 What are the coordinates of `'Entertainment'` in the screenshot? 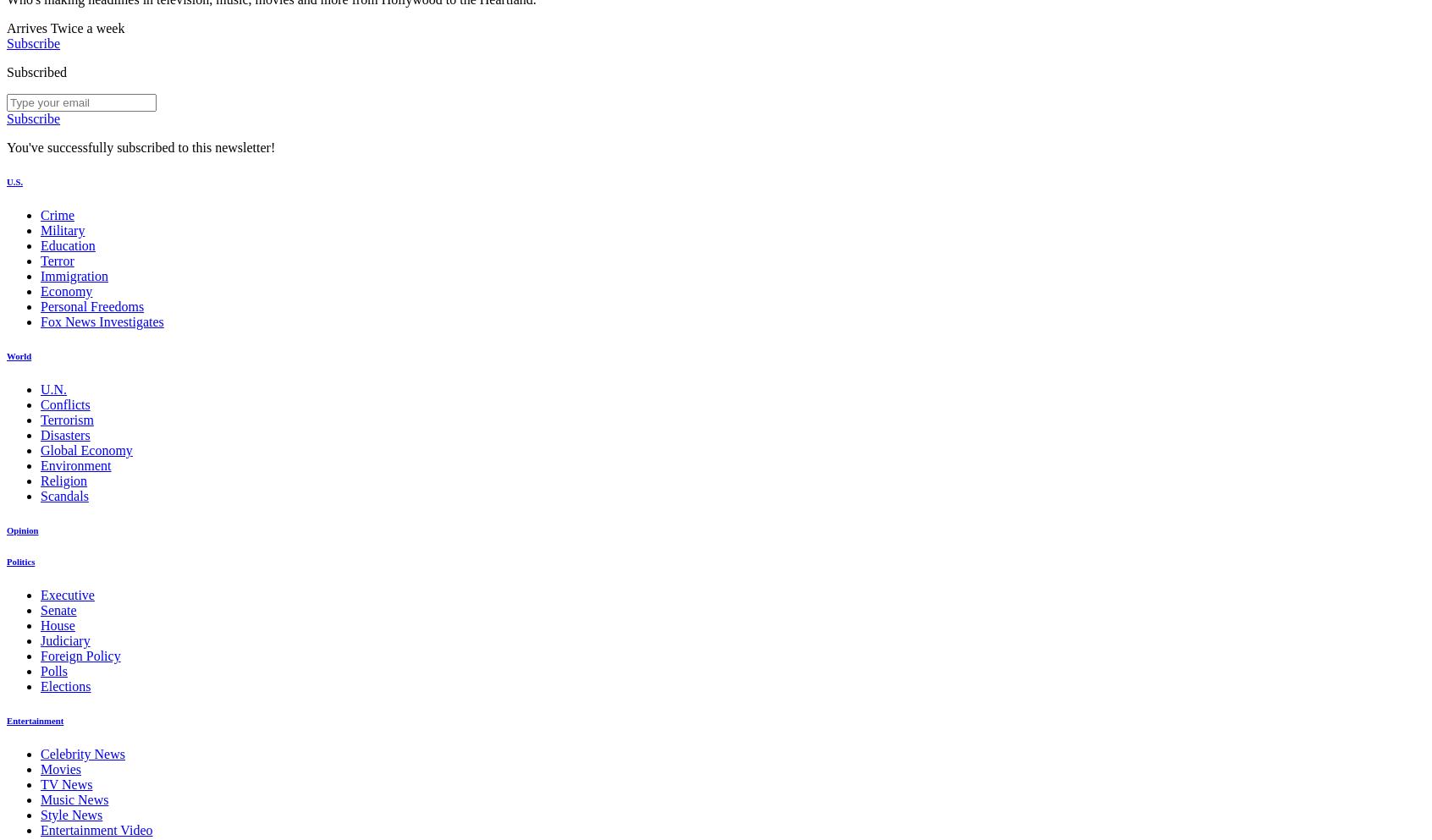 It's located at (5, 719).